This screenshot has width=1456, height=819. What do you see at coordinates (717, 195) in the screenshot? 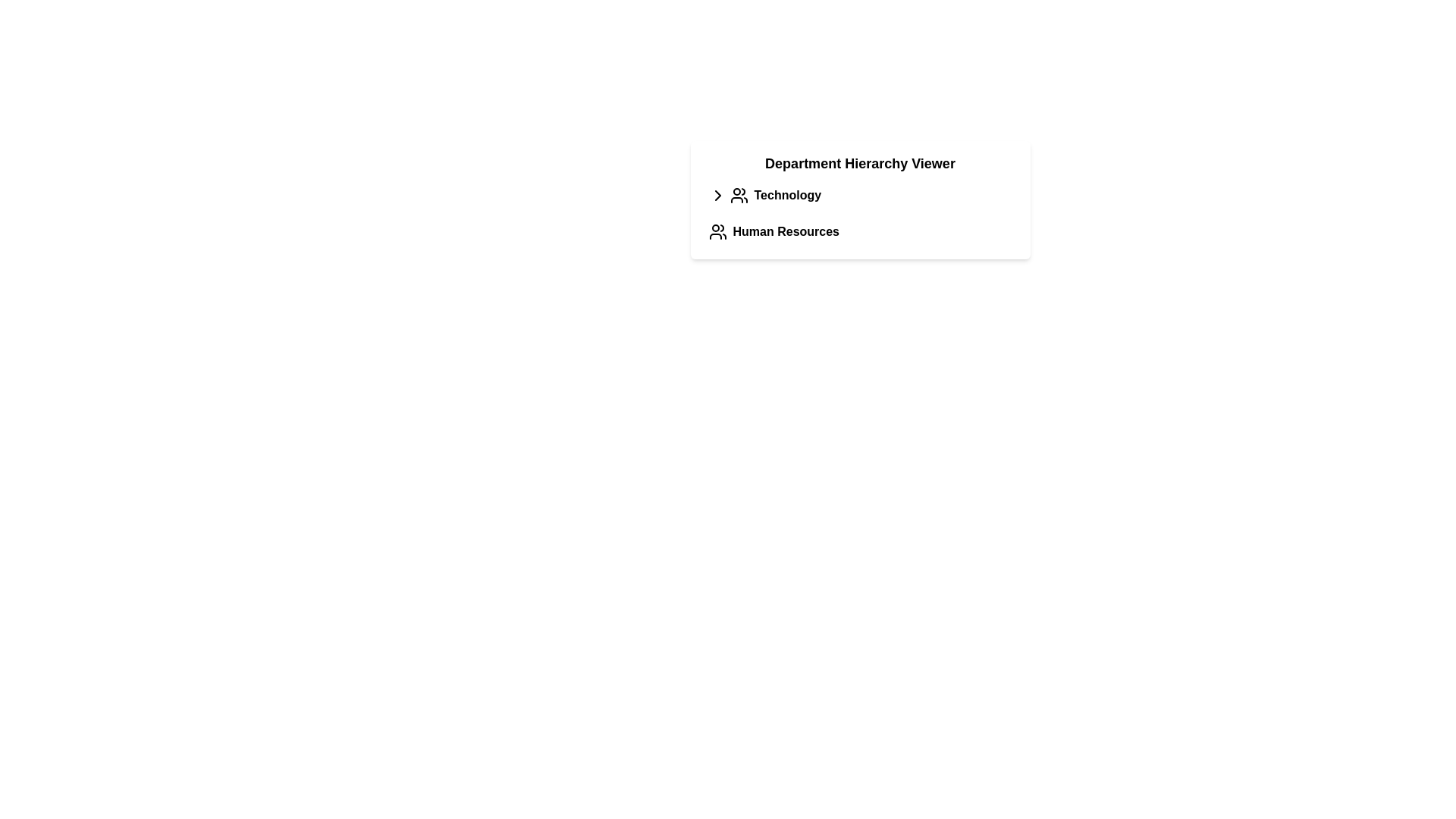
I see `the chevron icon located to the immediate left of the 'Technology' text label, which is the first in the list of department indicators` at bounding box center [717, 195].